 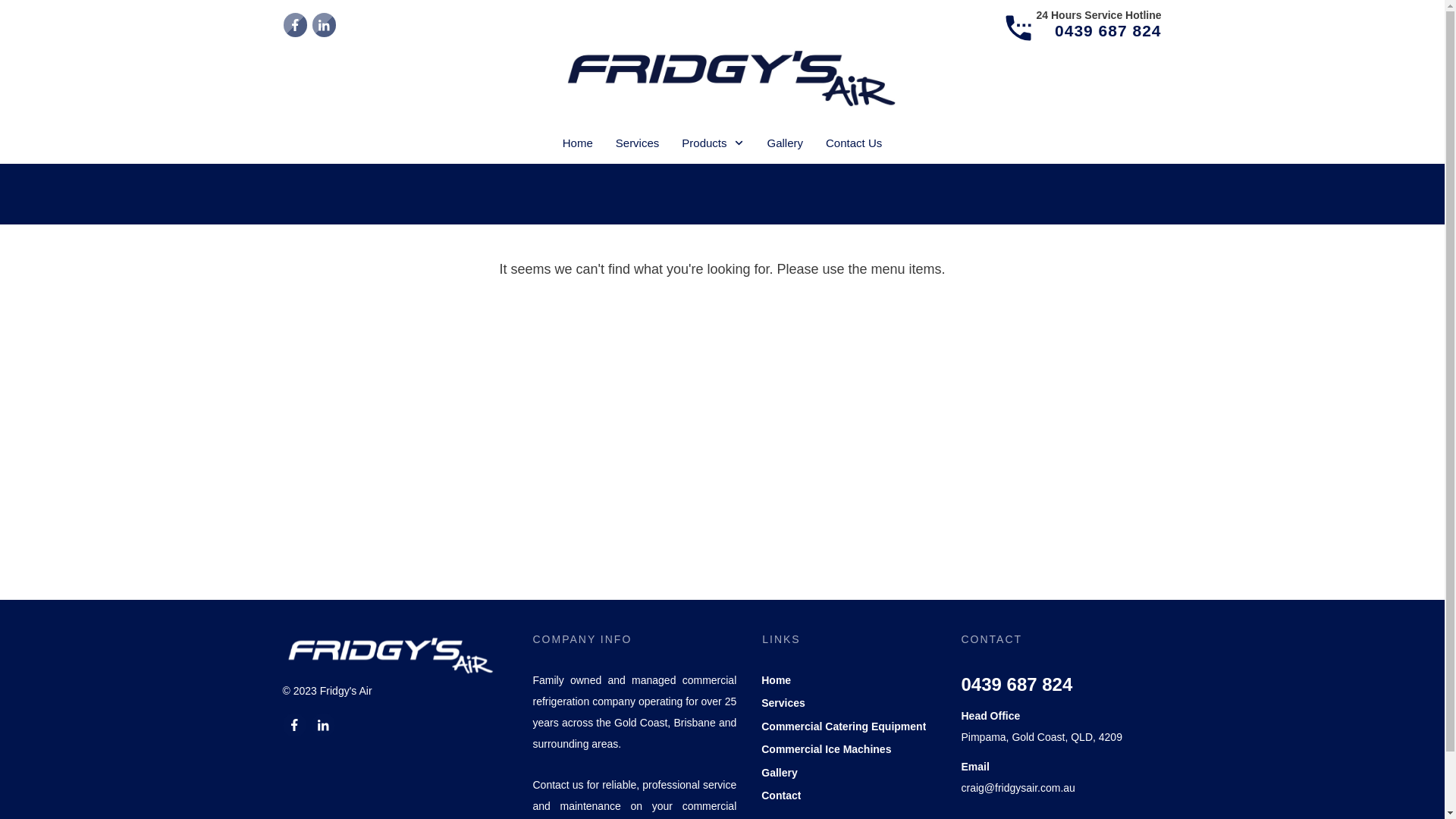 What do you see at coordinates (637, 143) in the screenshot?
I see `'Services'` at bounding box center [637, 143].